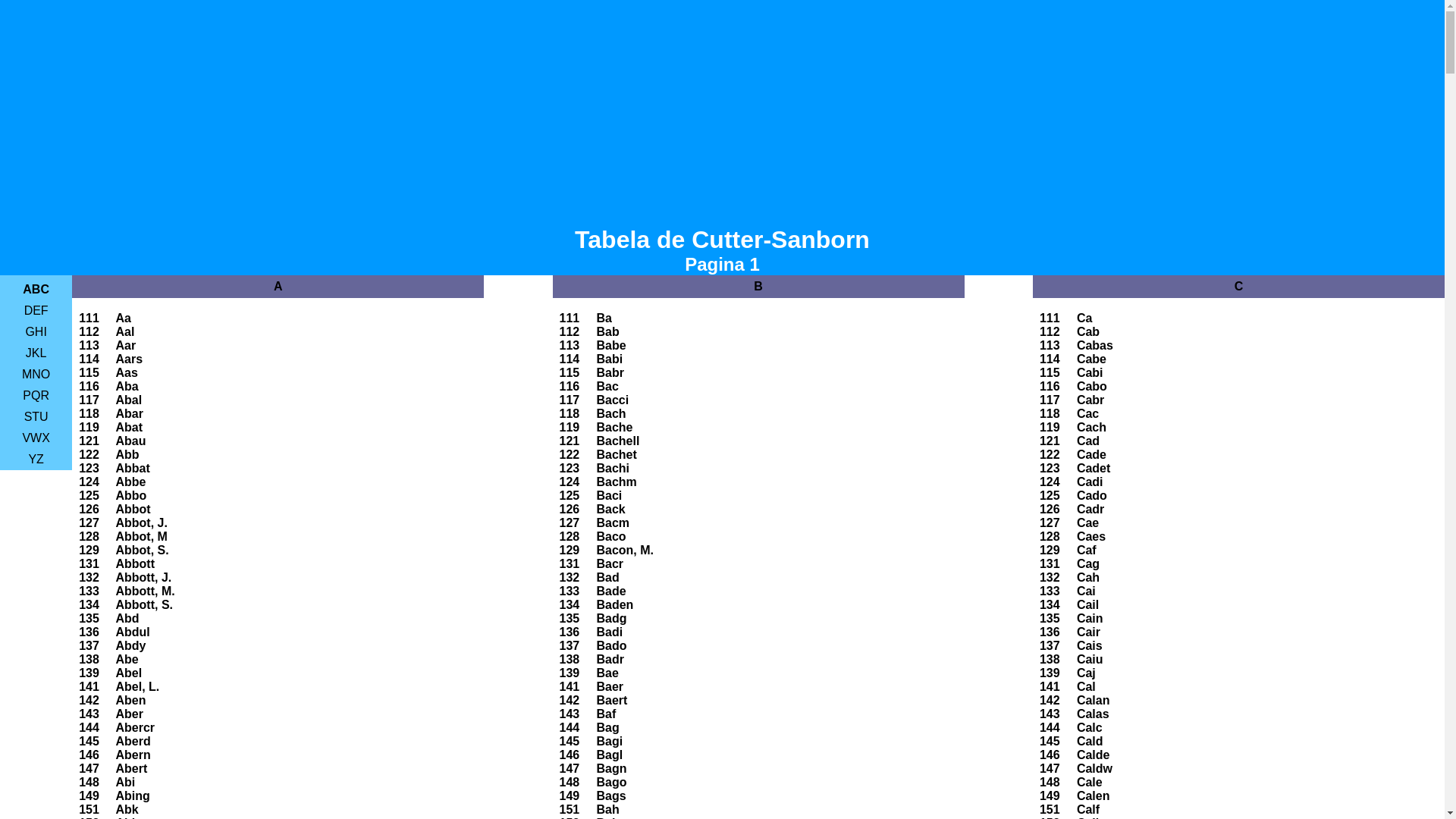 This screenshot has width=1456, height=819. I want to click on 'VWX', so click(36, 438).